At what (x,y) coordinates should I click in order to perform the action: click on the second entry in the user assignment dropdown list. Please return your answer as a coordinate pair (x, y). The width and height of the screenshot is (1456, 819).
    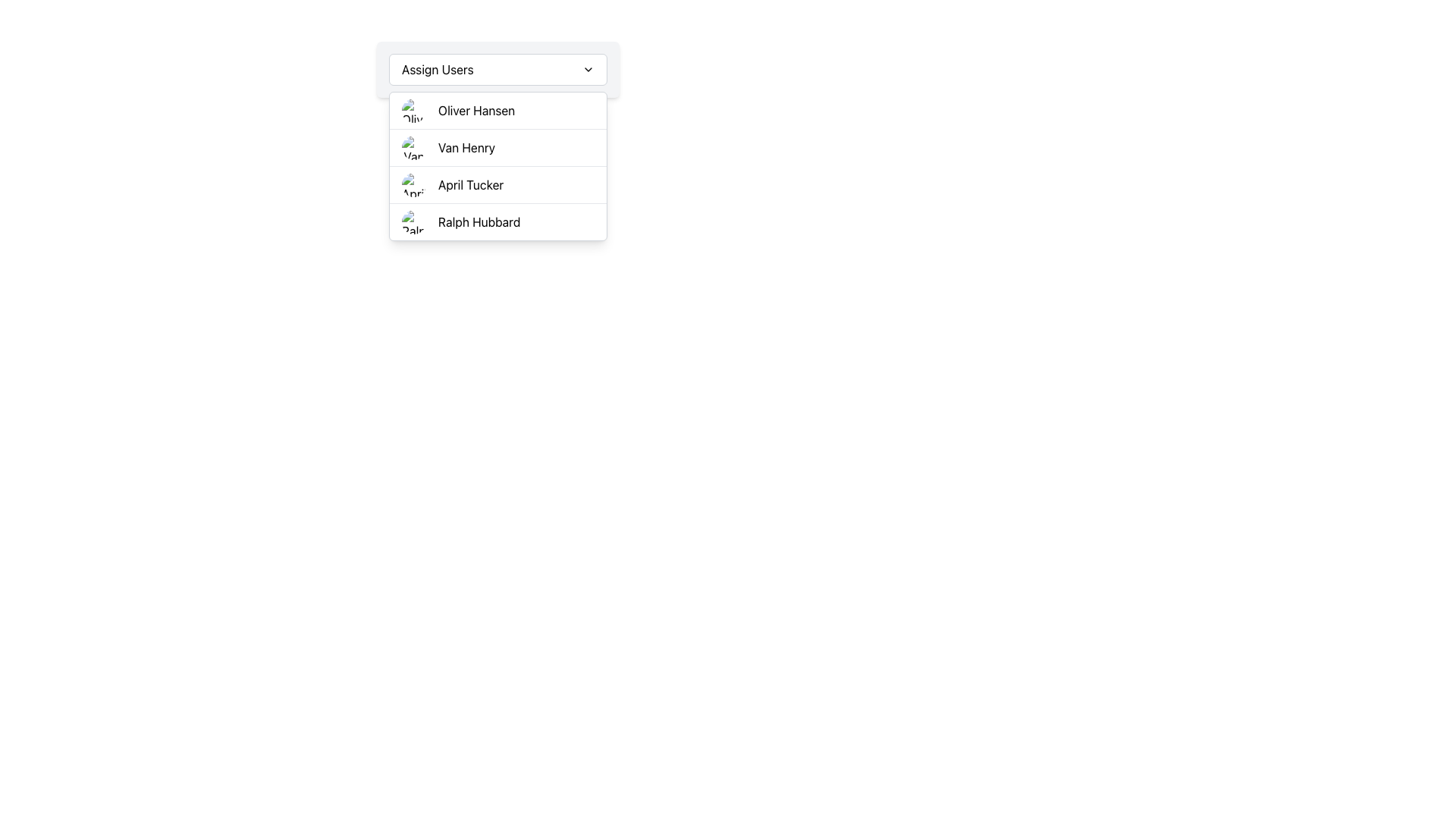
    Looking at the image, I should click on (466, 148).